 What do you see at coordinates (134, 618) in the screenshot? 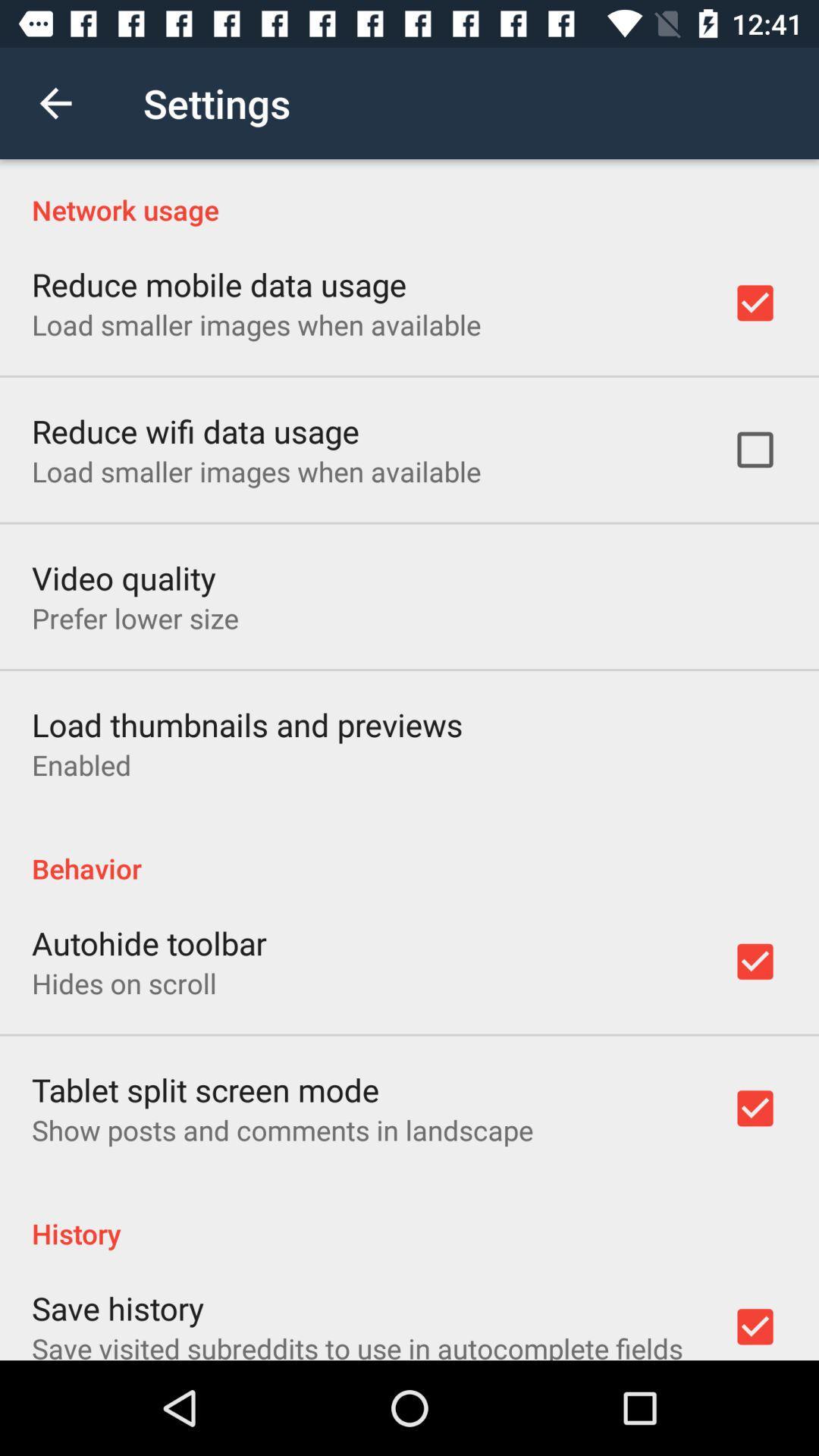
I see `item below video quality icon` at bounding box center [134, 618].